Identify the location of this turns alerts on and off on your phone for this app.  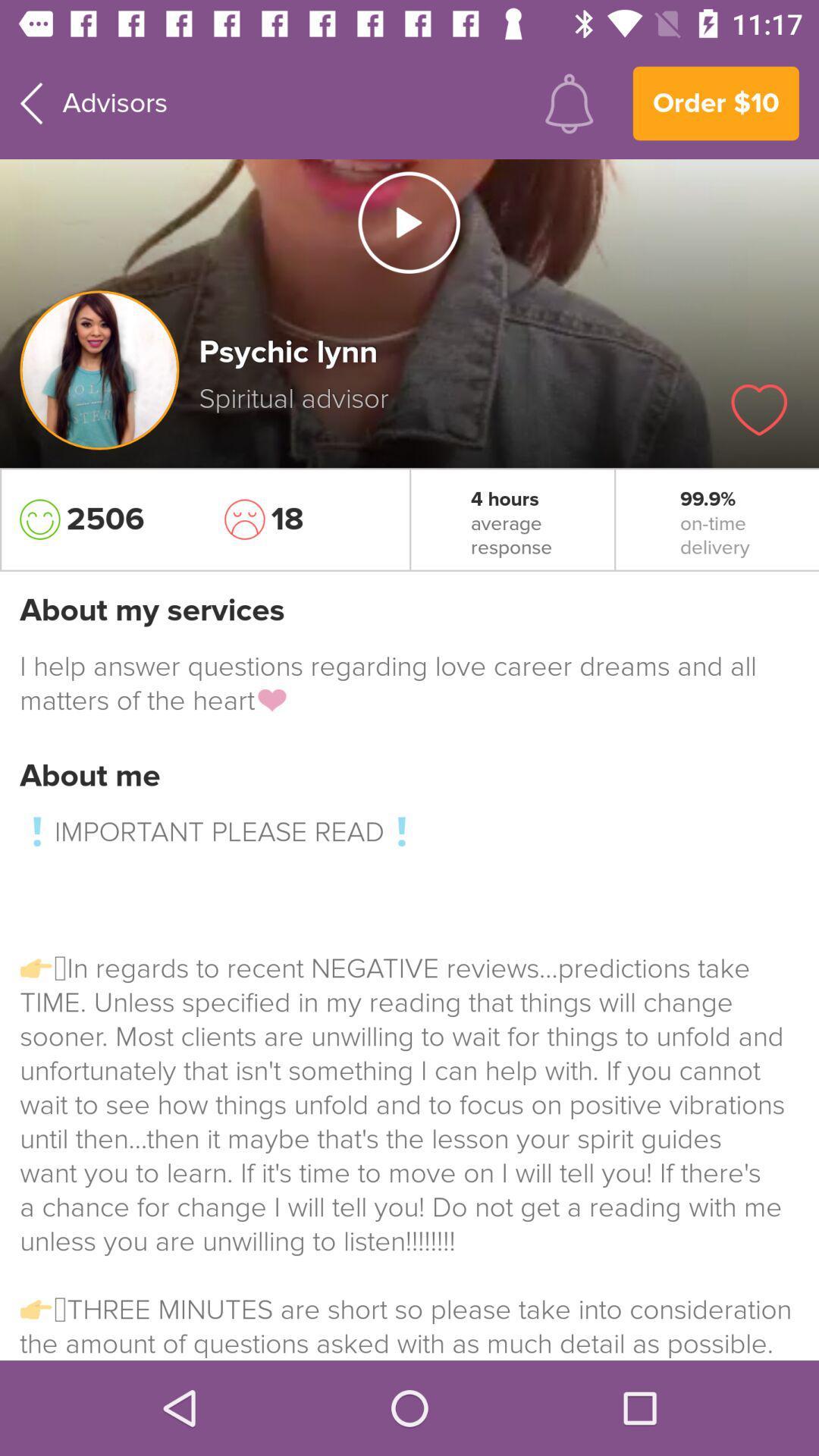
(569, 102).